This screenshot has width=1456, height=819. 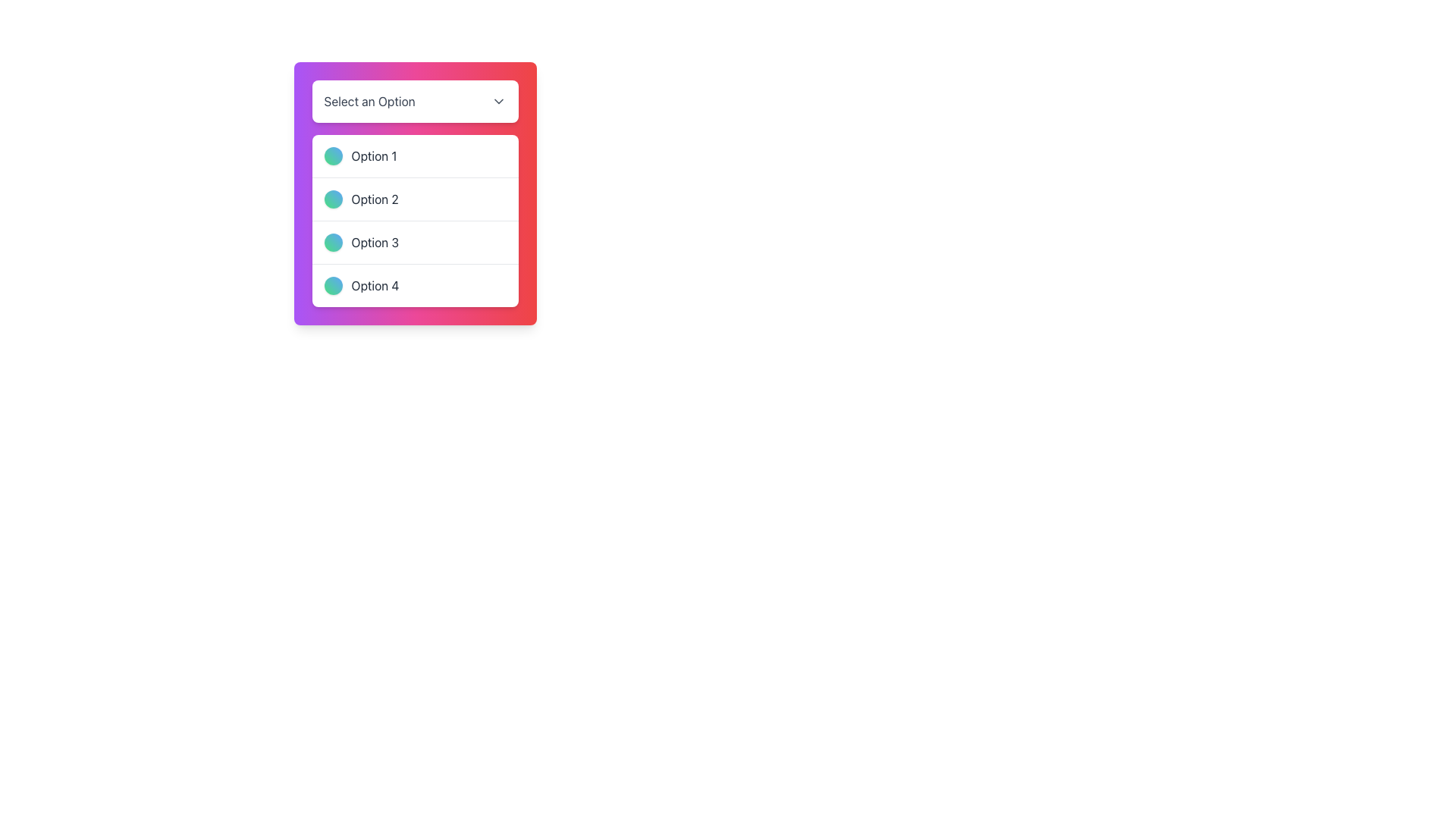 What do you see at coordinates (415, 156) in the screenshot?
I see `the first list item labeled 'Option 1' in the dropdown menu` at bounding box center [415, 156].